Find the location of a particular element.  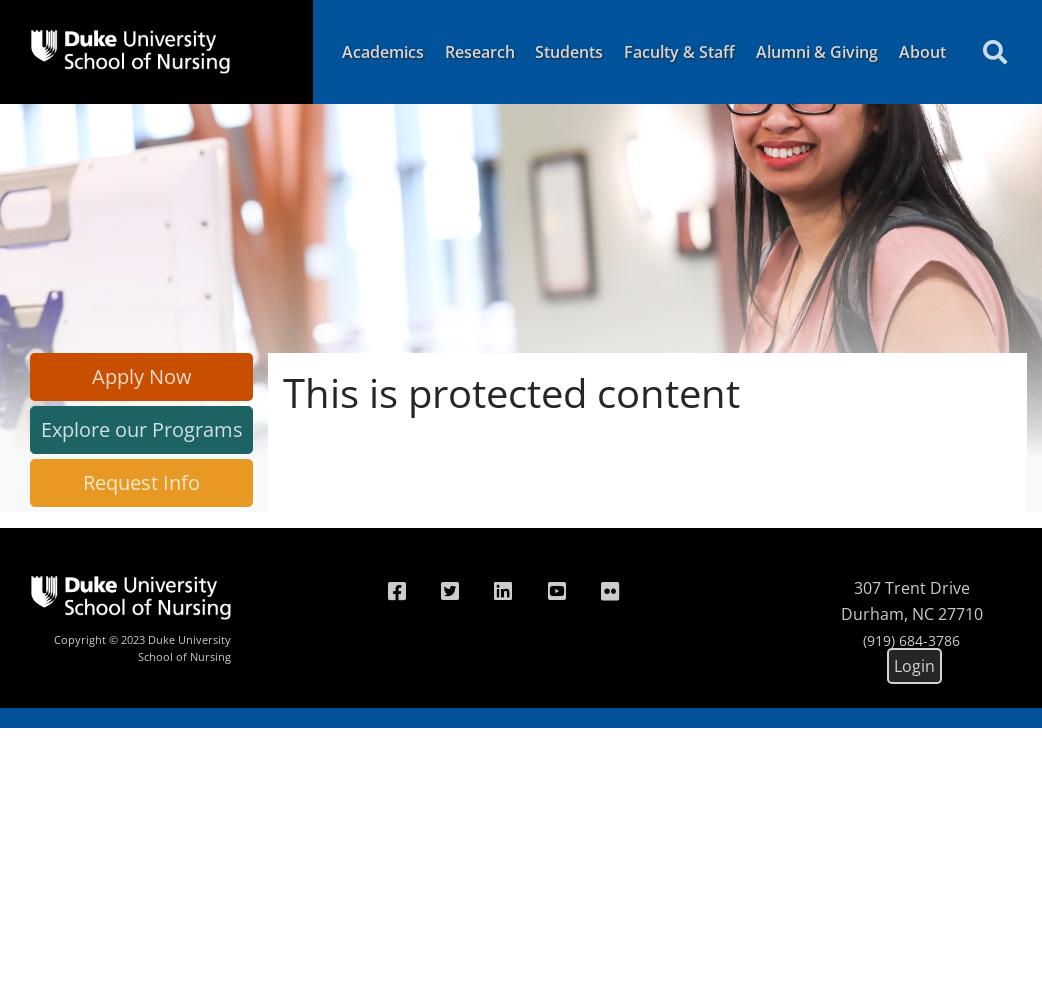

'Request' is located at coordinates (120, 481).